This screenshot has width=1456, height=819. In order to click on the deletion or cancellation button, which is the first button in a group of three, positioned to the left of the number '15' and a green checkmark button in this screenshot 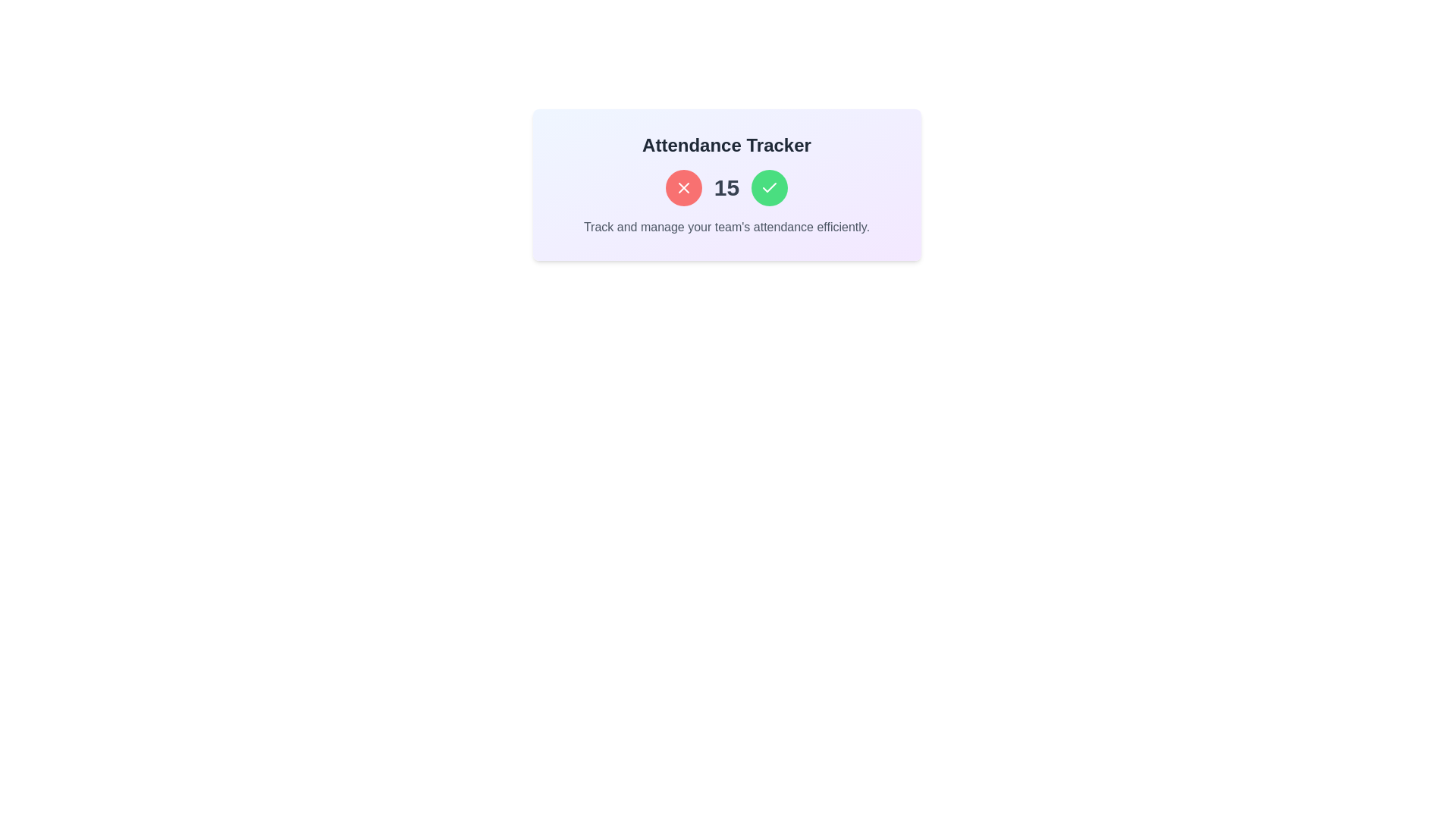, I will do `click(682, 187)`.